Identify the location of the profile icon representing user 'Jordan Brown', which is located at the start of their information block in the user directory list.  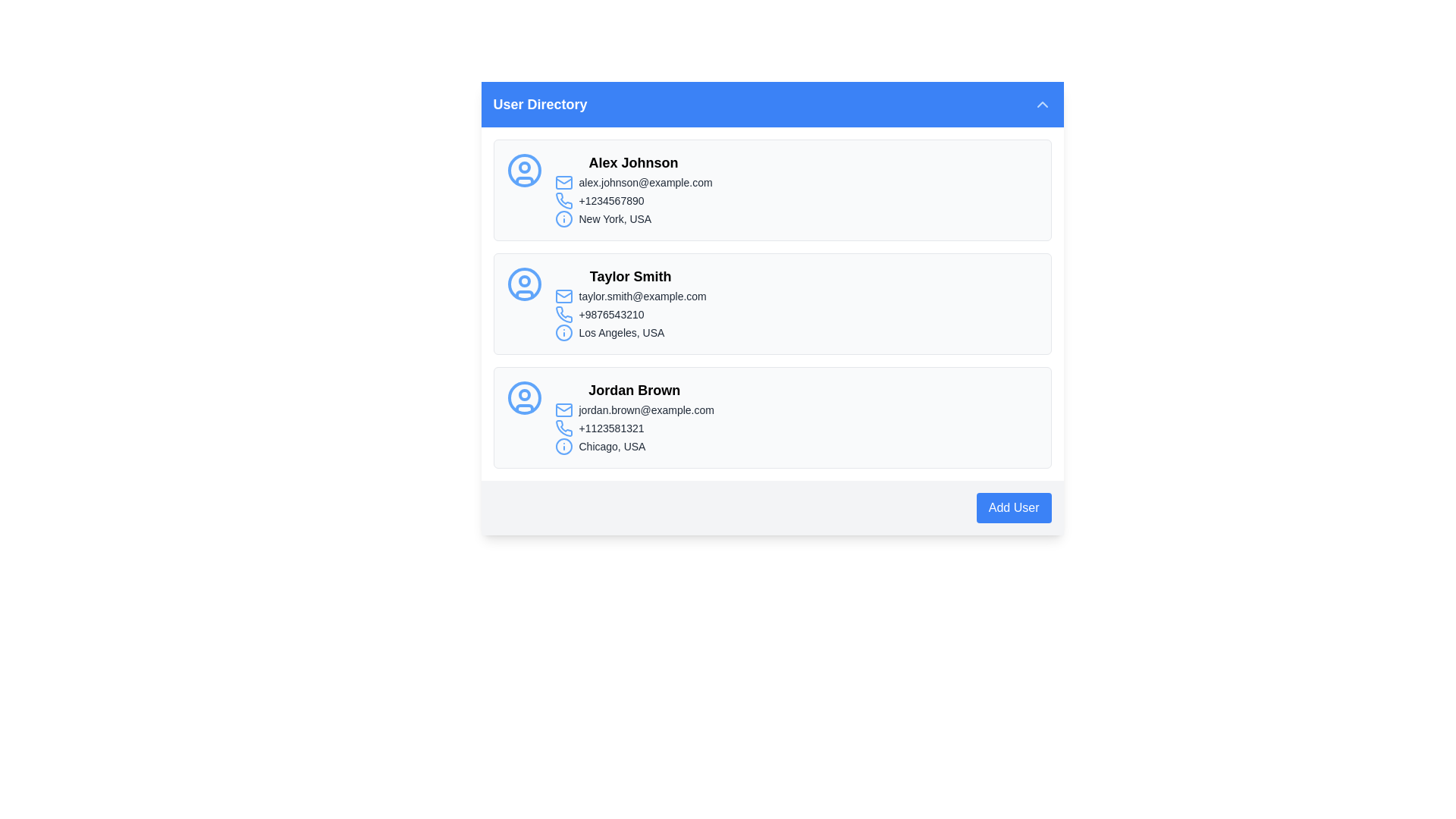
(524, 397).